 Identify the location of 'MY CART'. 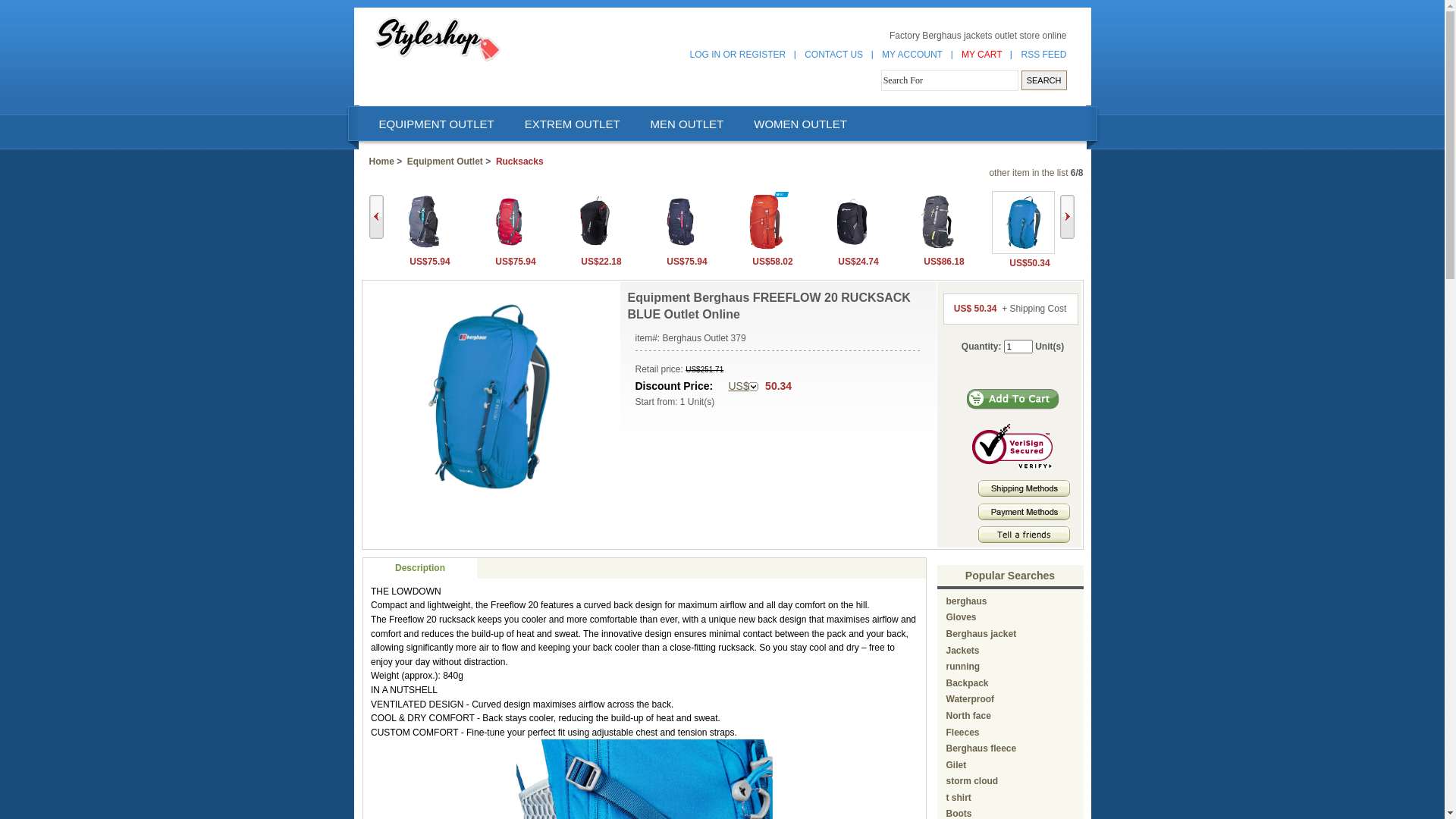
(960, 54).